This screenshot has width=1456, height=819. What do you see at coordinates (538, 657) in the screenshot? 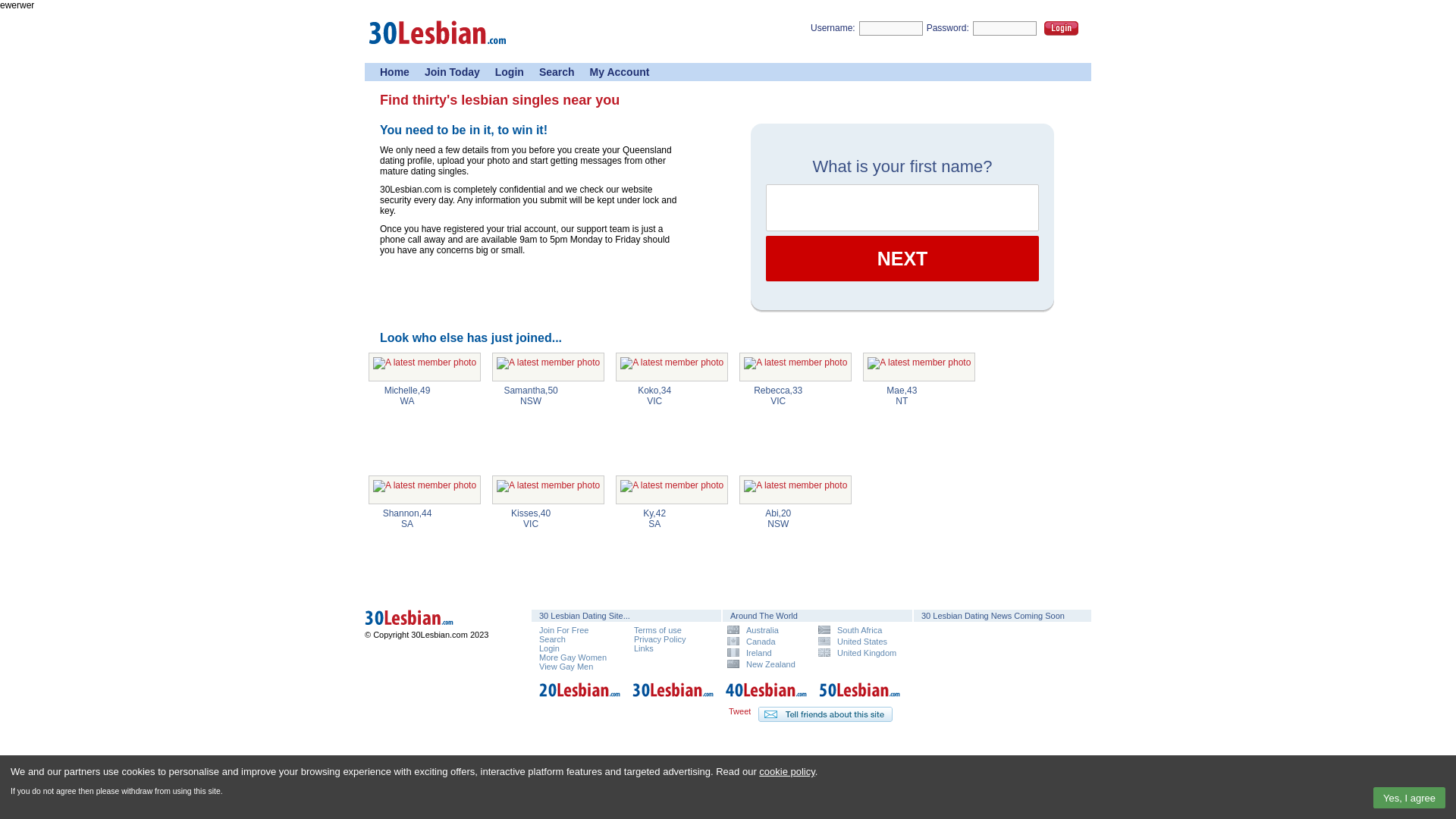
I see `'More Gay Women'` at bounding box center [538, 657].